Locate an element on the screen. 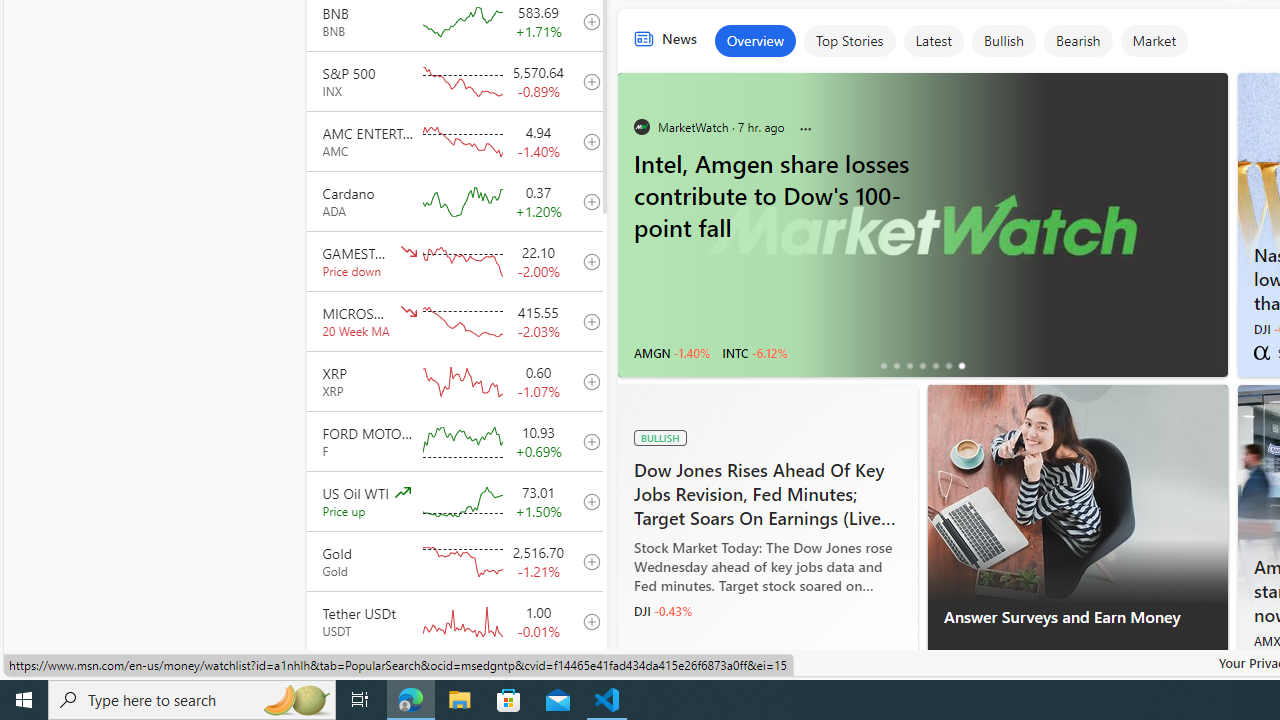  'INTC -6.12%' is located at coordinates (753, 351).